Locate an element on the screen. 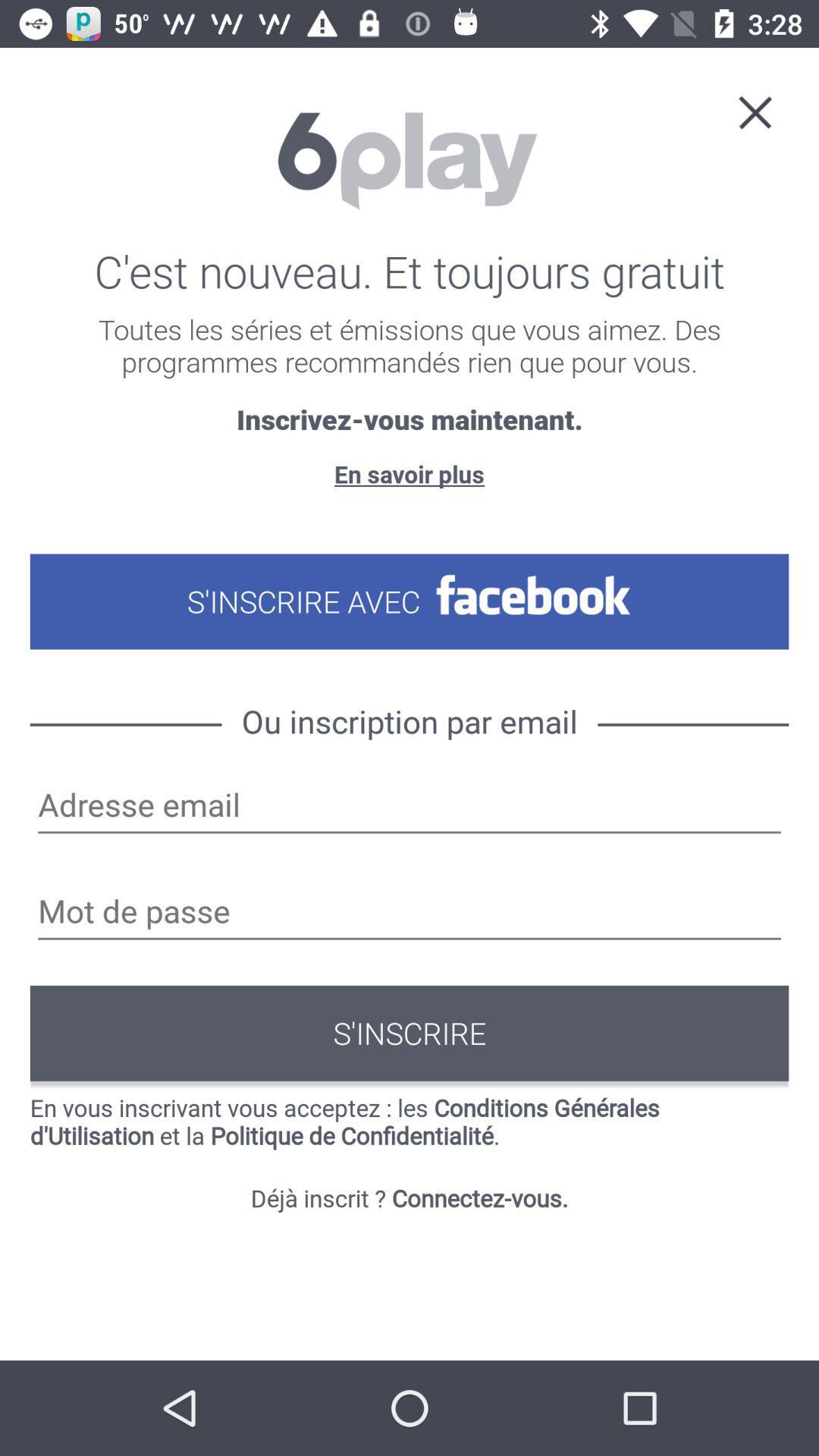  icon below the en vous inscrivant is located at coordinates (409, 1197).